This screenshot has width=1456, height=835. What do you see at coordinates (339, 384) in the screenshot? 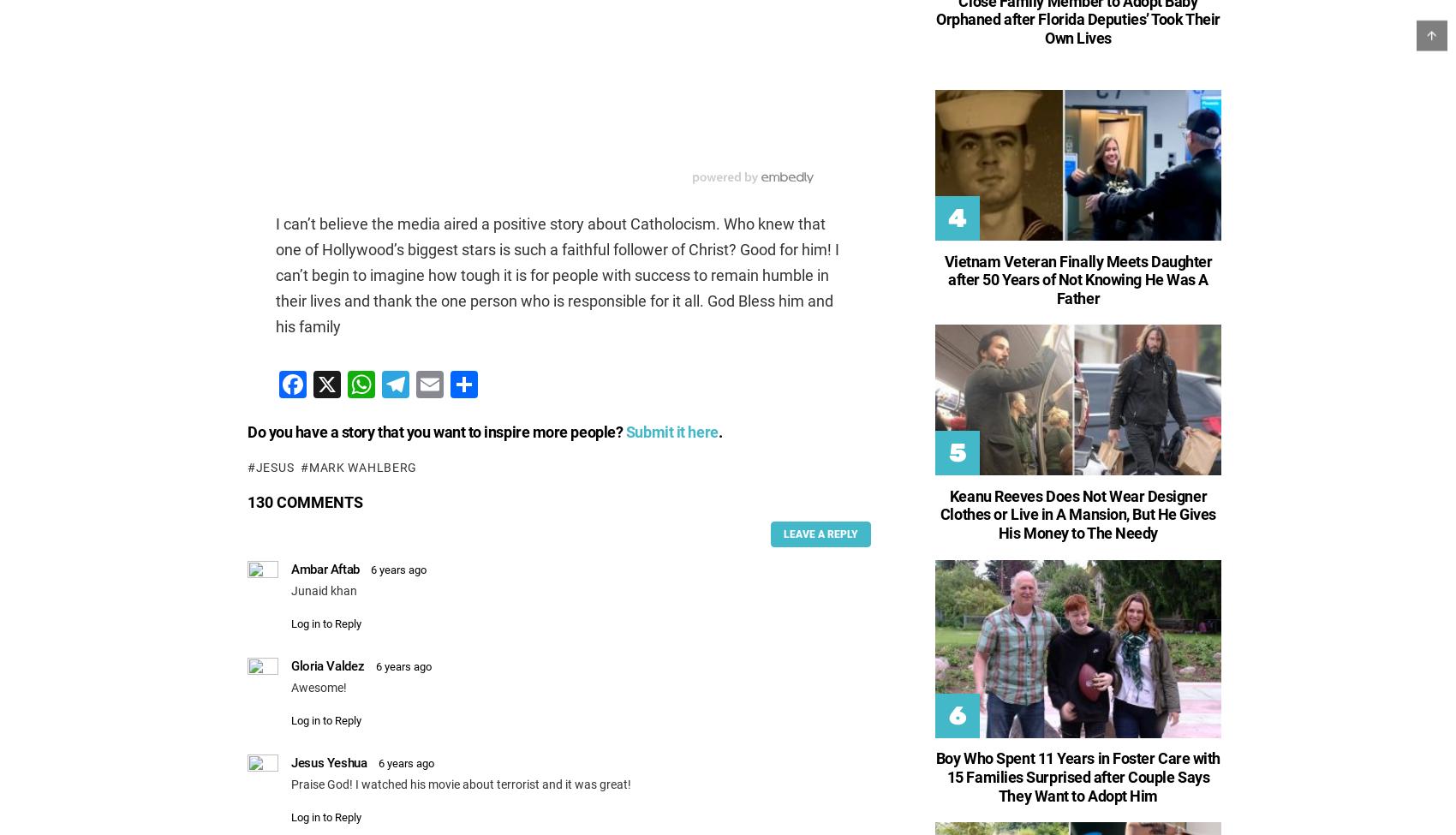
I see `'X'` at bounding box center [339, 384].